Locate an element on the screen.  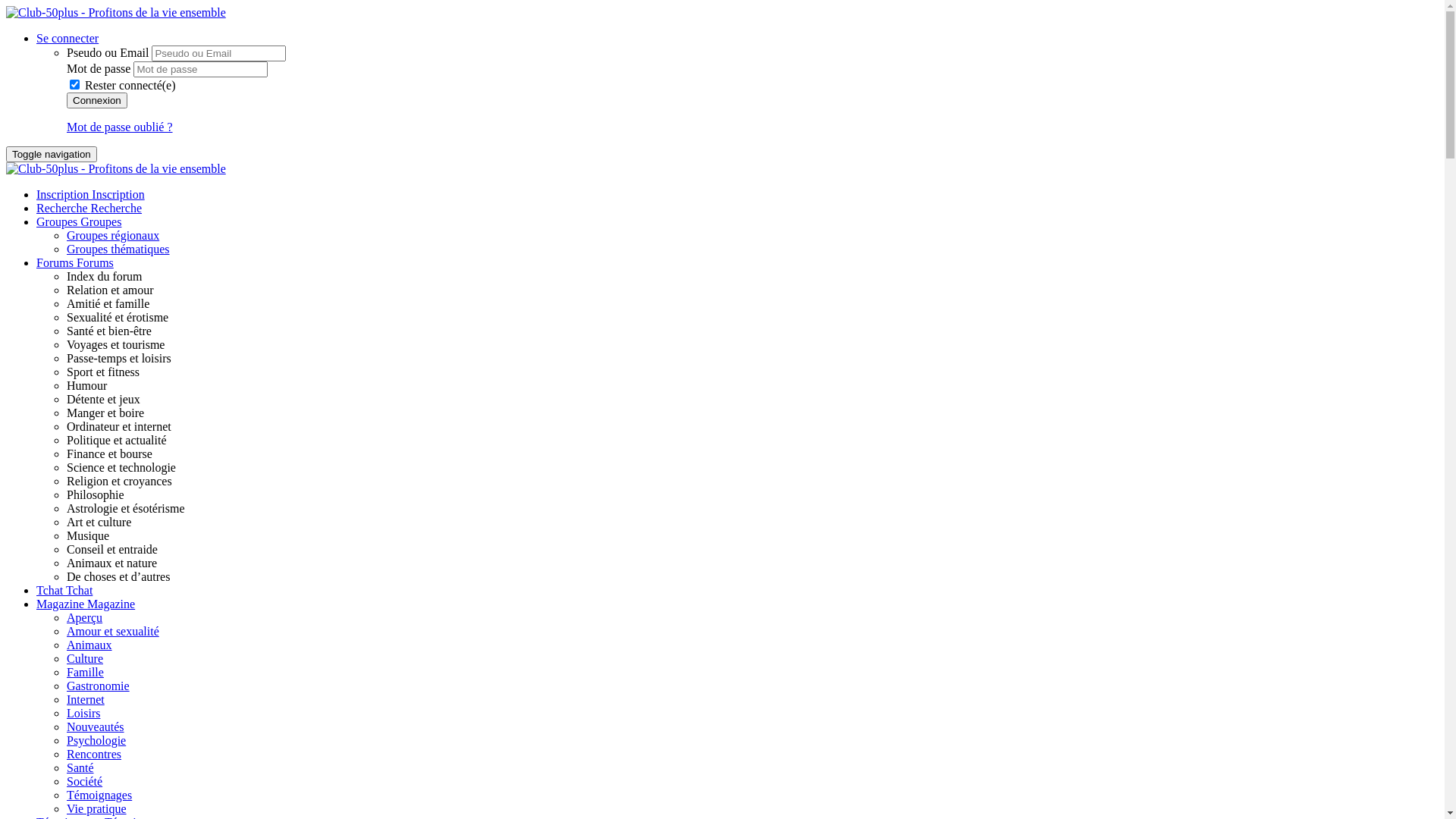
'Art et culture' is located at coordinates (98, 521).